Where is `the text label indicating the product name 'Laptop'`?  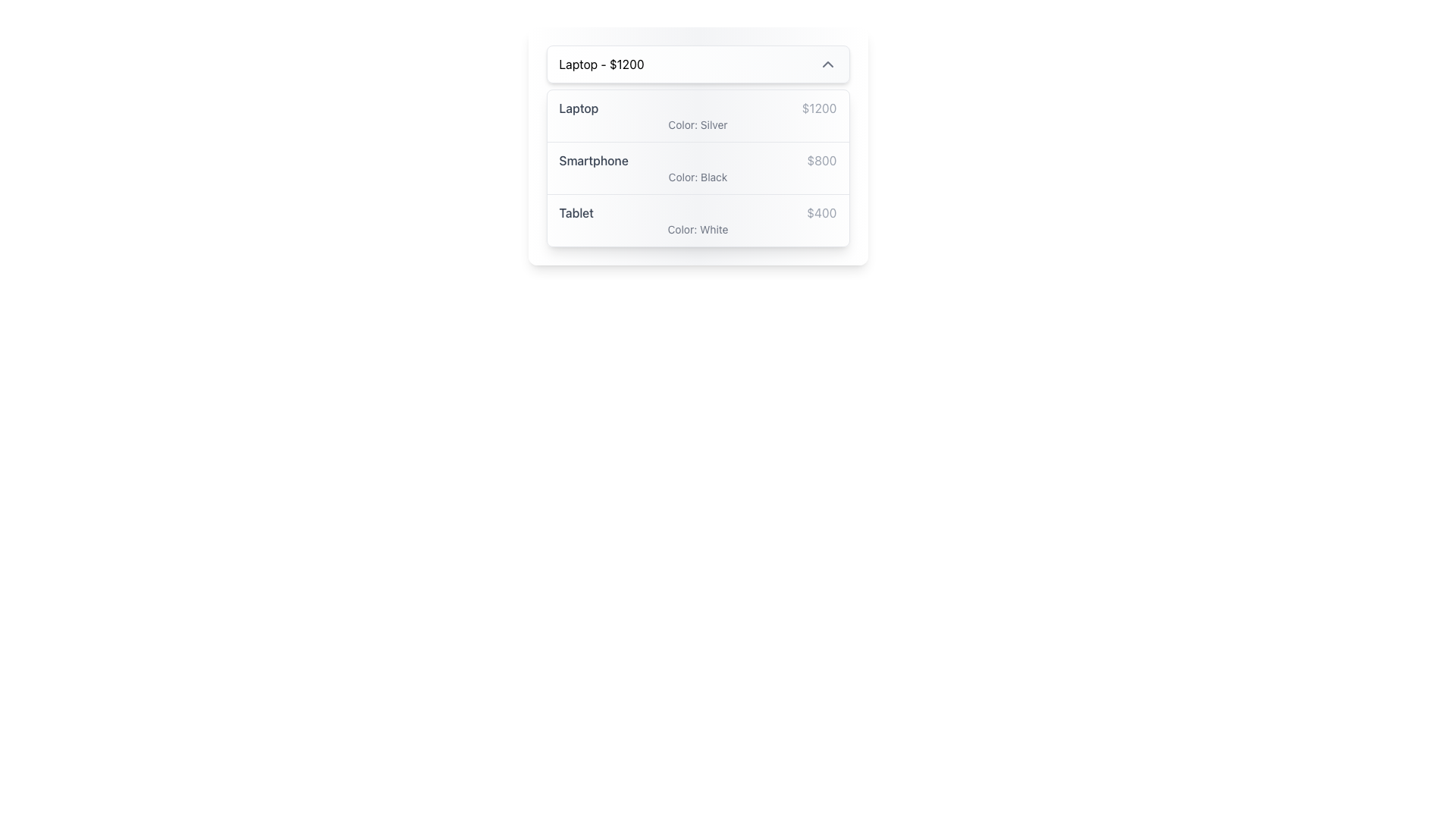 the text label indicating the product name 'Laptop' is located at coordinates (578, 107).